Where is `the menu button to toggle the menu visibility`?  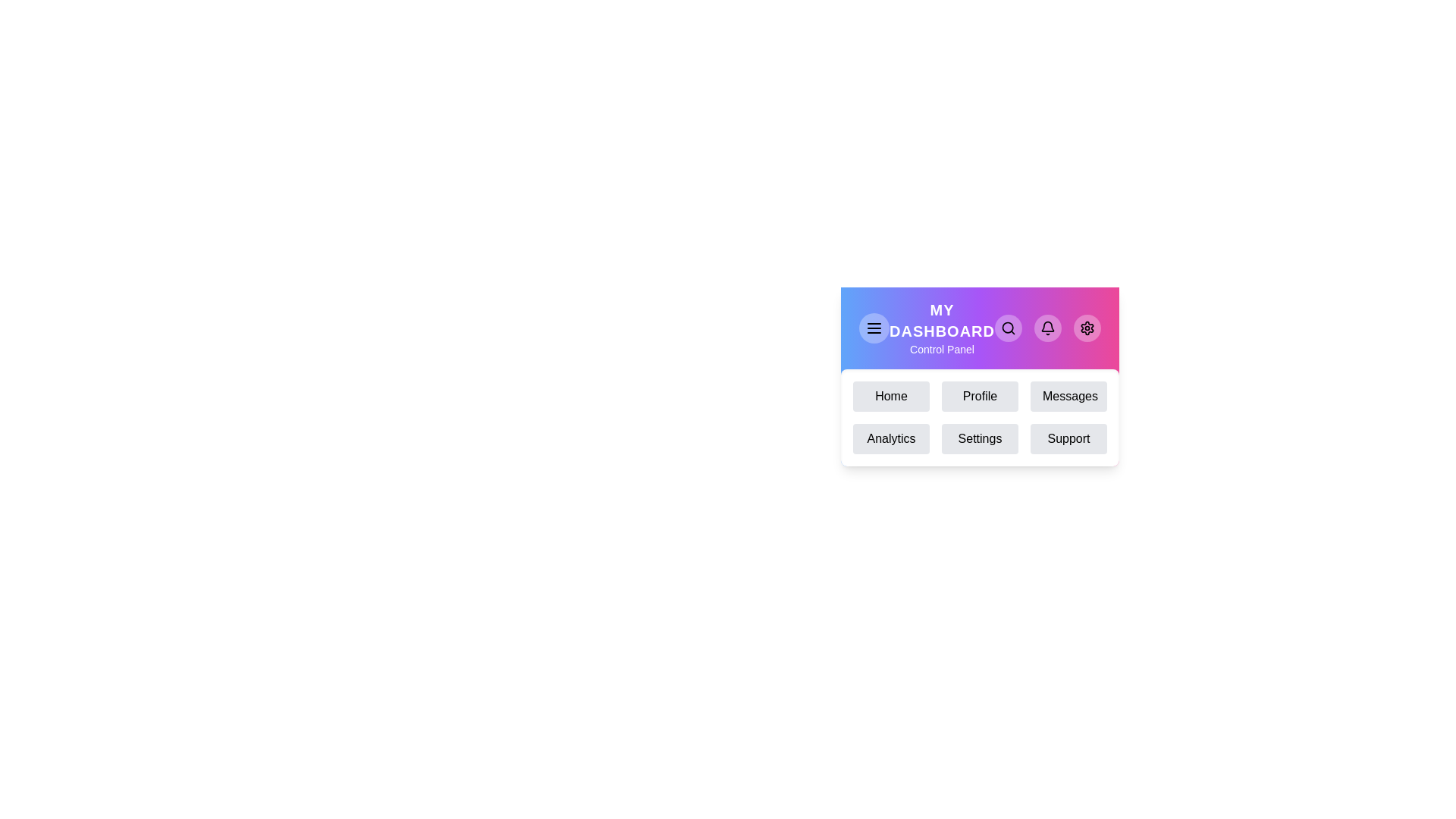
the menu button to toggle the menu visibility is located at coordinates (874, 327).